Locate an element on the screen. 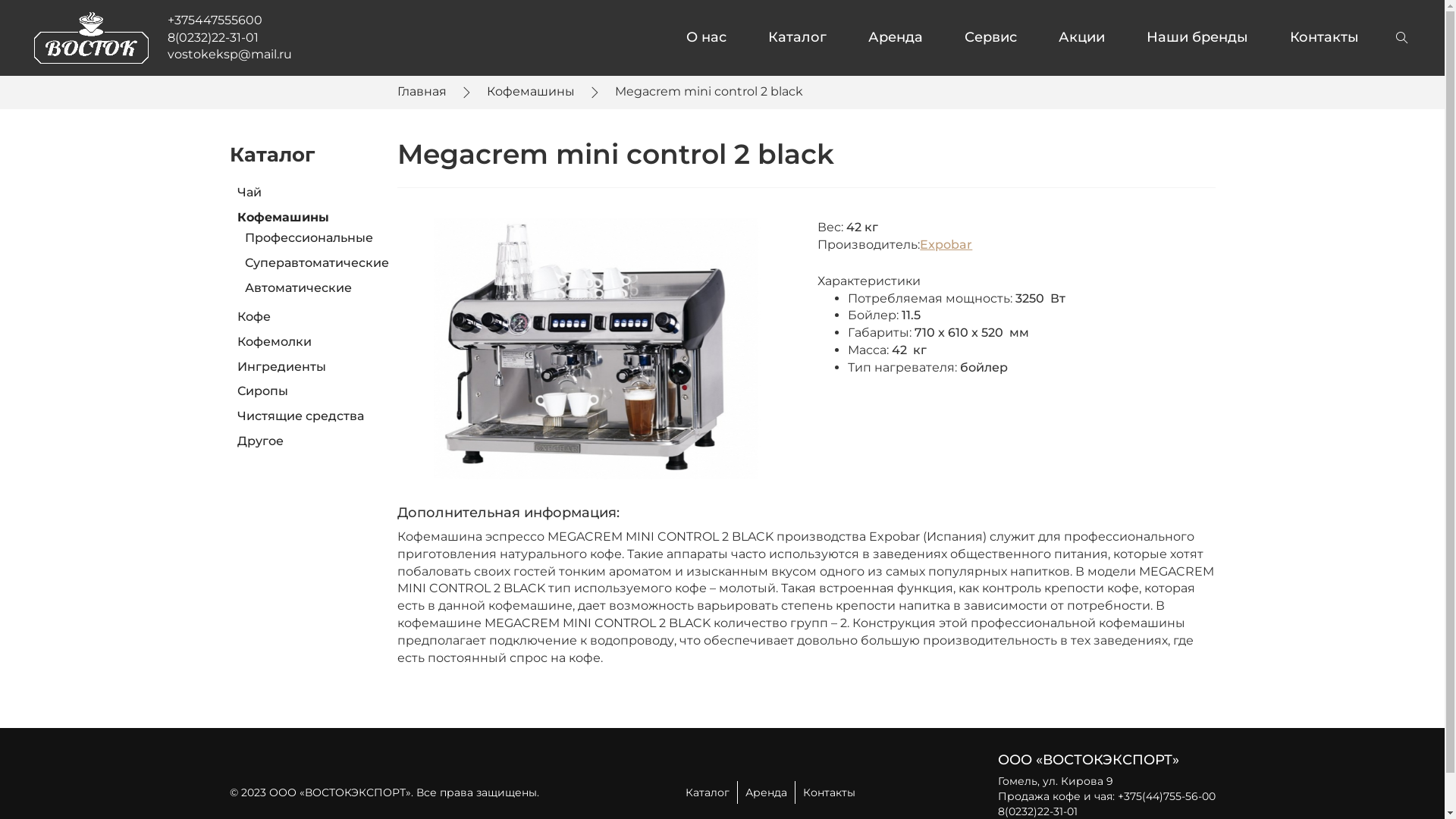 This screenshot has height=819, width=1456. '8(0232)22-31-01' is located at coordinates (1037, 810).